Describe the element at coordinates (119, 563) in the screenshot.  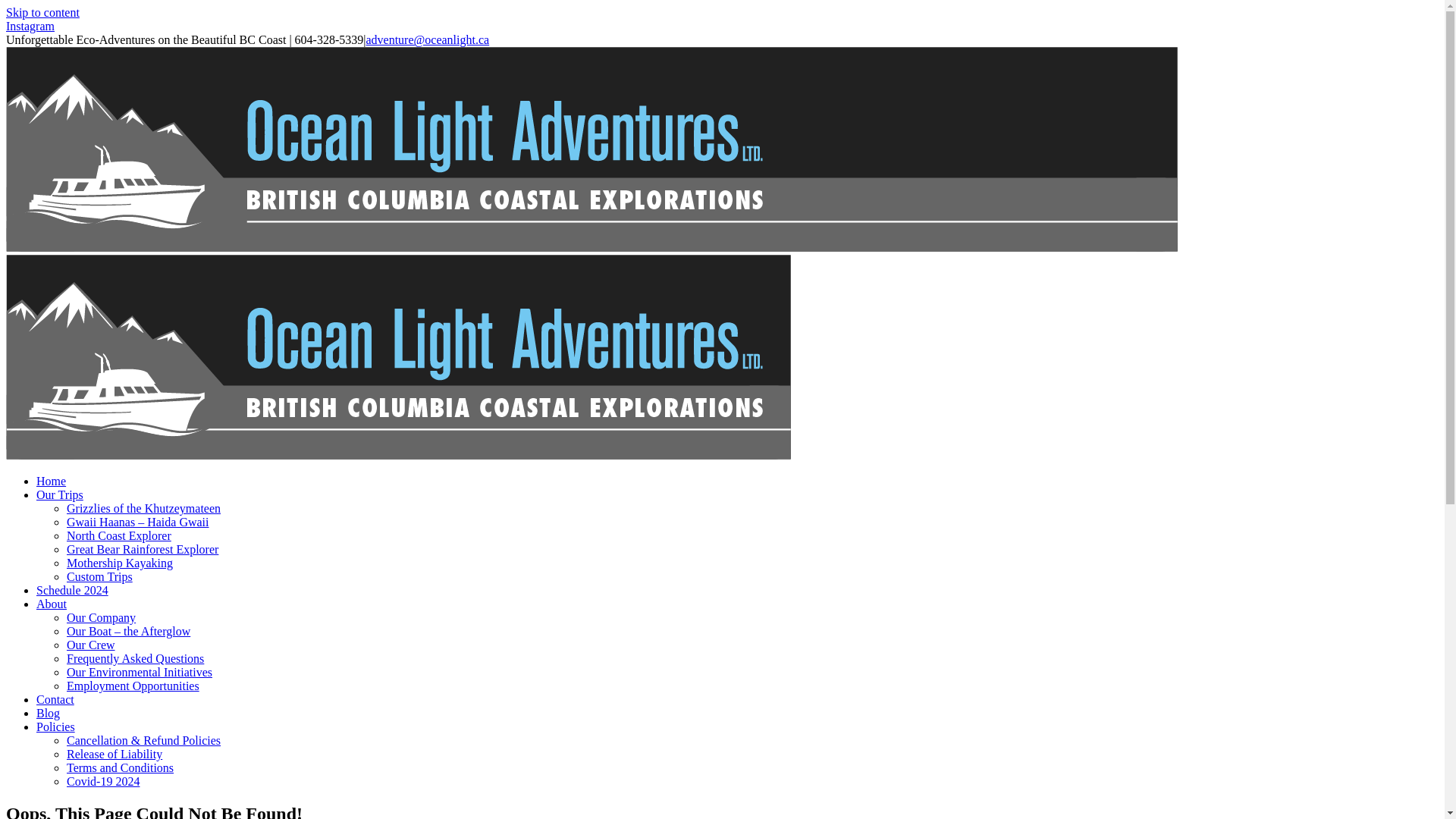
I see `'Mothership Kayaking'` at that location.